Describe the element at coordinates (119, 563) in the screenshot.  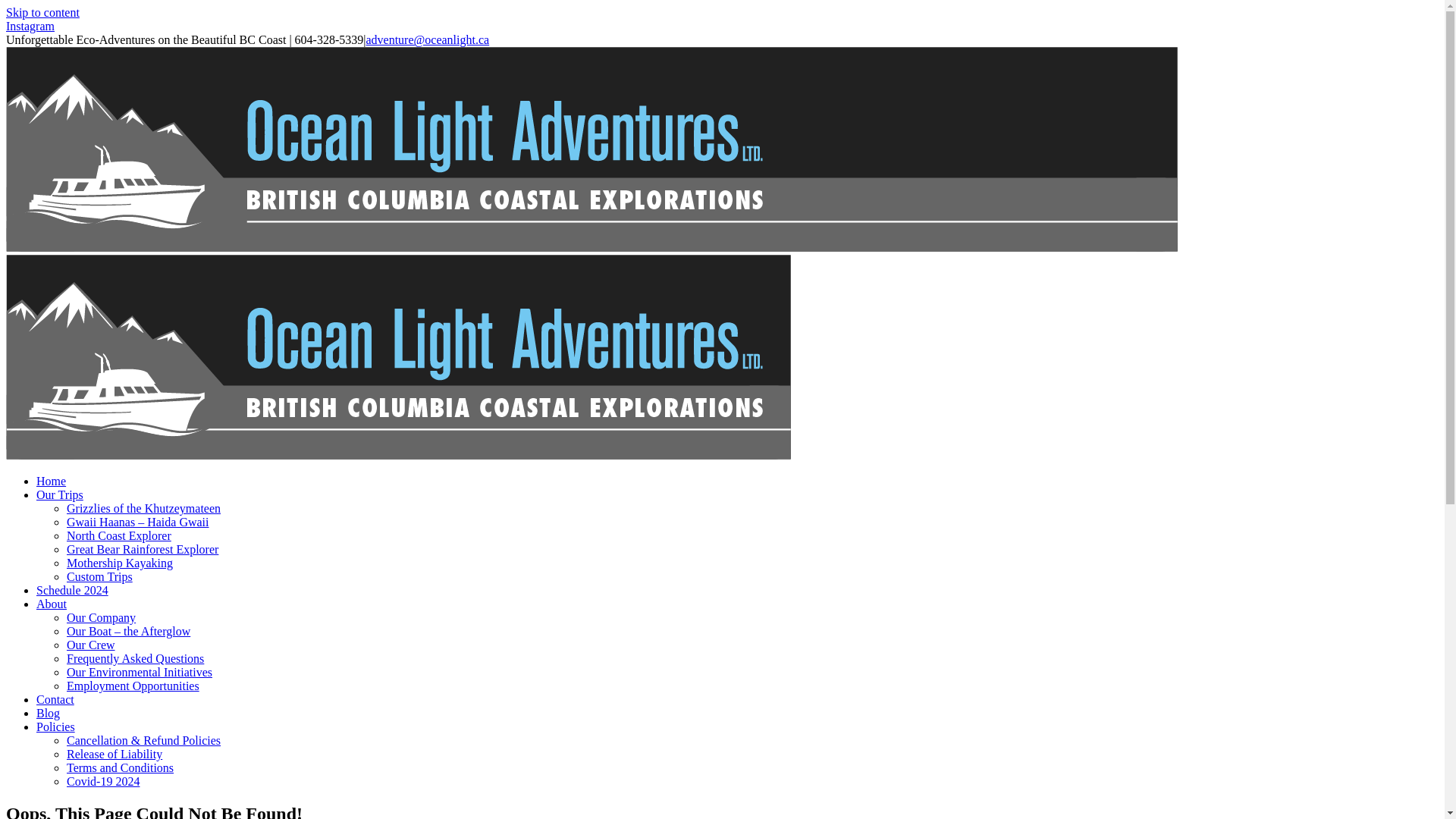
I see `'Mothership Kayaking'` at that location.